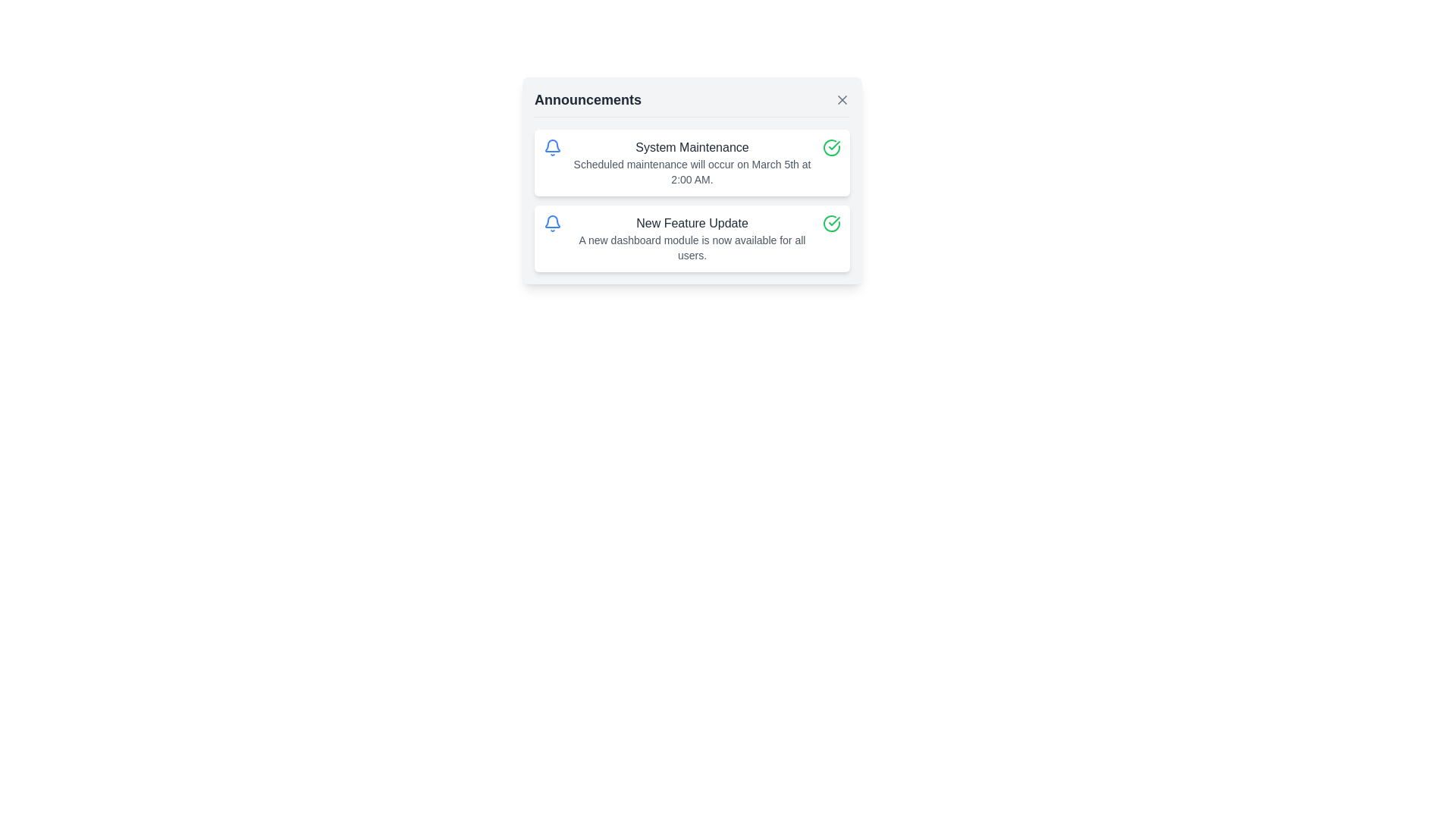 Image resolution: width=1456 pixels, height=819 pixels. Describe the element at coordinates (831, 223) in the screenshot. I see `the interactive icon located to the right of the 'New Feature Update' text block in the second announcement card, which serves to mark or confirm an action related to the announcement` at that location.